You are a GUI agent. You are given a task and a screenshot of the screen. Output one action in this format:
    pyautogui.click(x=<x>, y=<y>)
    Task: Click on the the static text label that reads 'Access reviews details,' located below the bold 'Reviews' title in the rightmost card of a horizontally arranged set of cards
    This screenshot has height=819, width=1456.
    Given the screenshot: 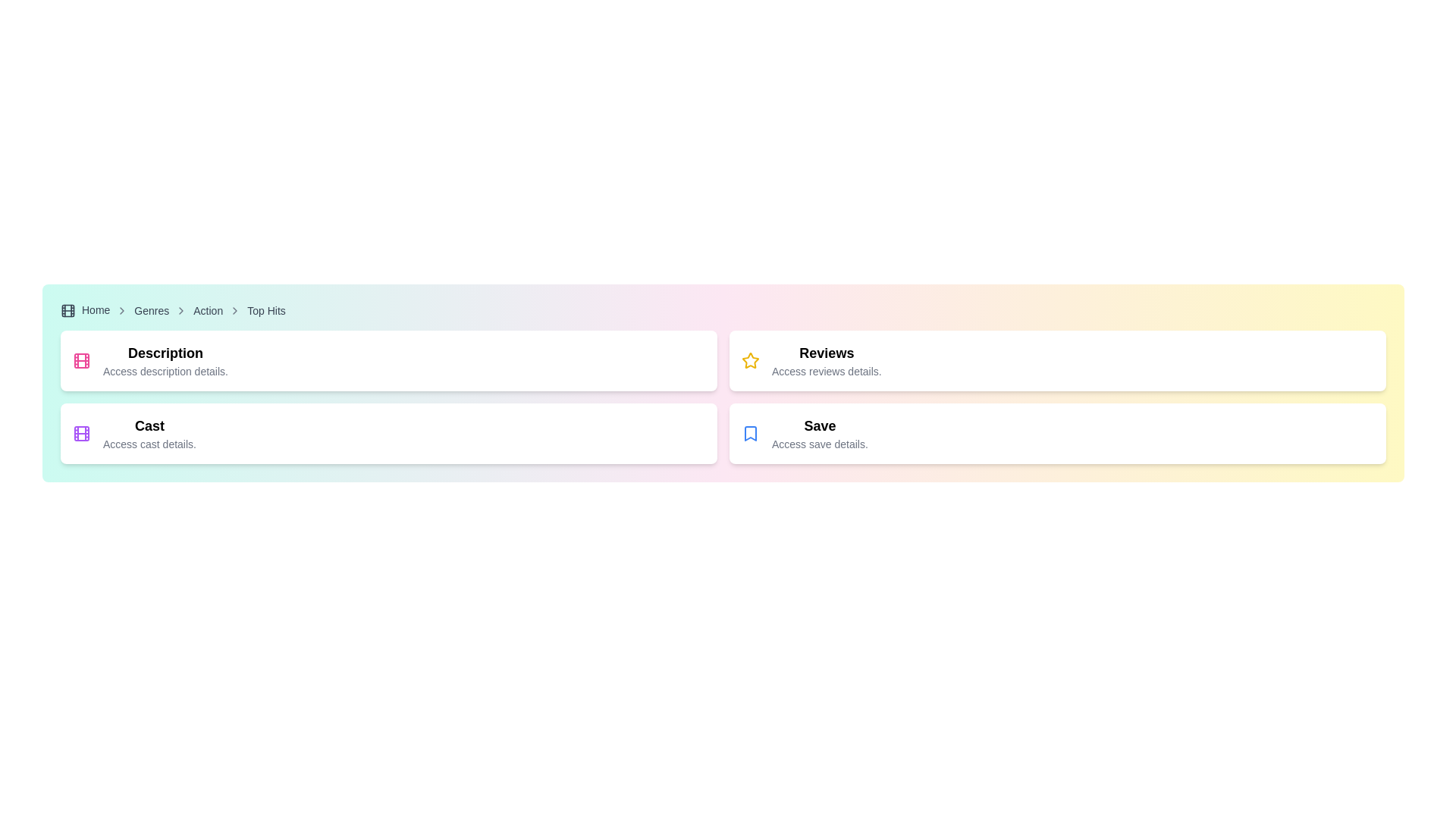 What is the action you would take?
    pyautogui.click(x=826, y=372)
    